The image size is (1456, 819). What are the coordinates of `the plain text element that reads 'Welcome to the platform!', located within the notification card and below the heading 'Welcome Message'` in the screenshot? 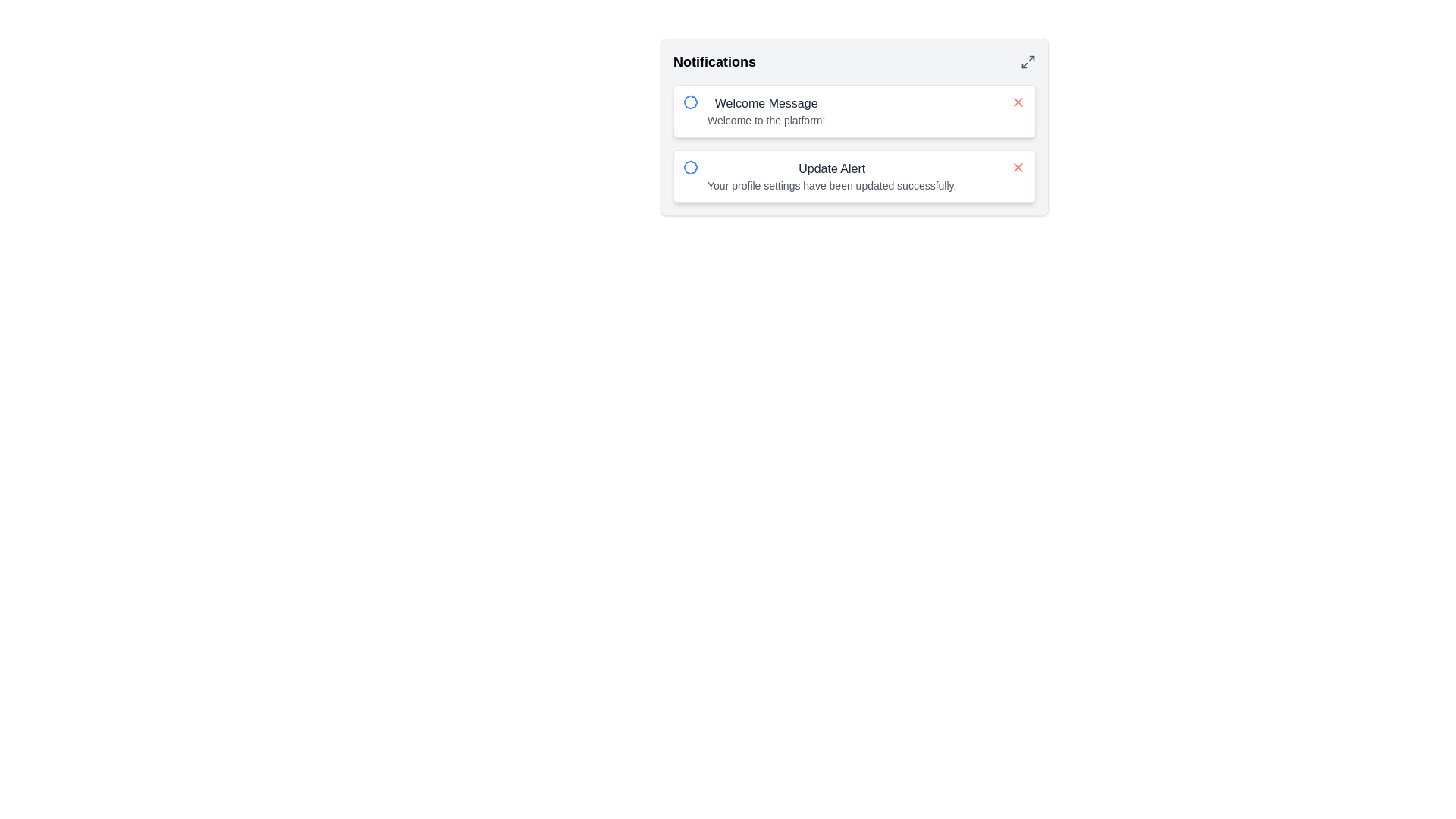 It's located at (766, 119).